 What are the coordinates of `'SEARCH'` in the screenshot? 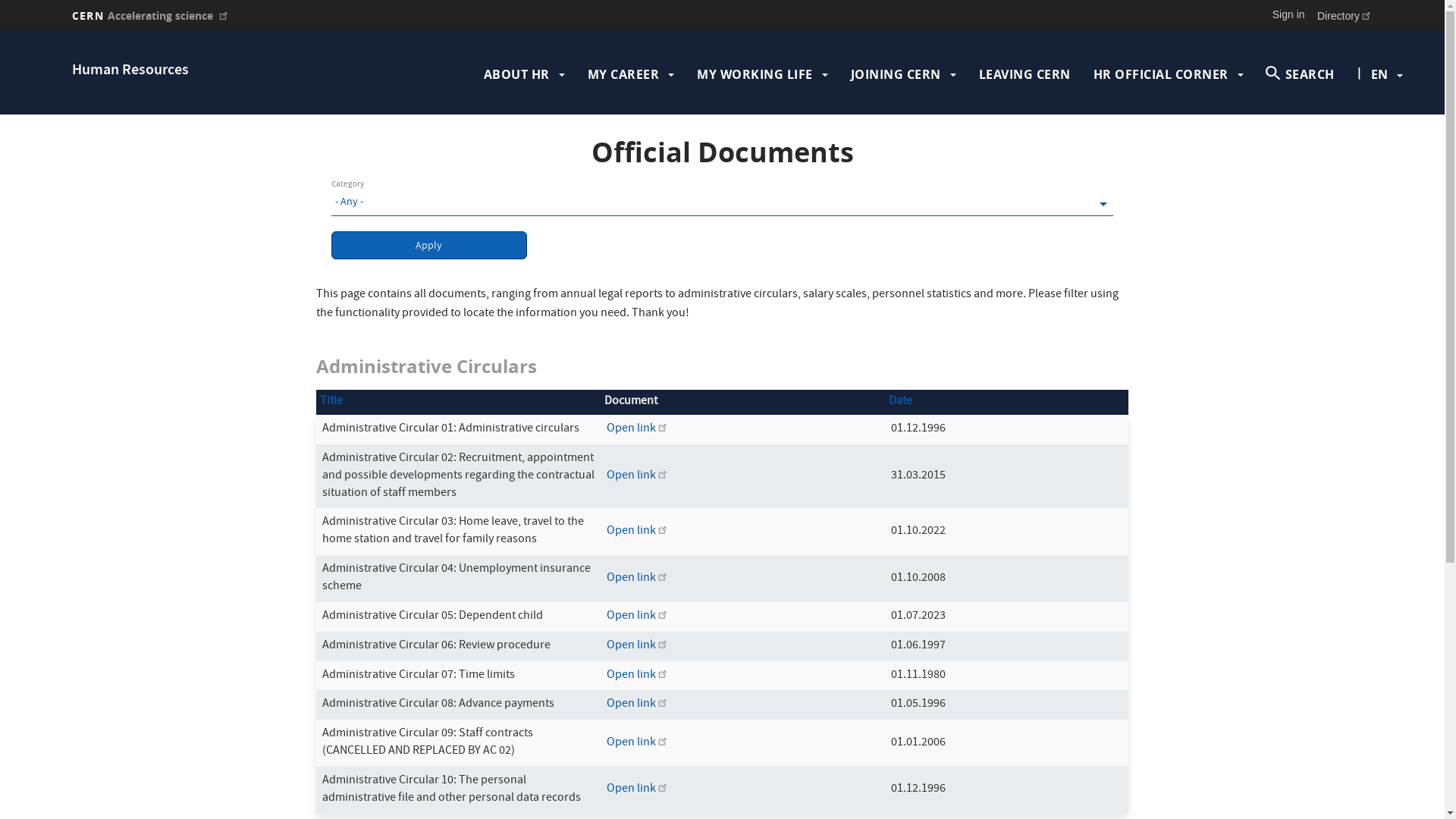 It's located at (1299, 74).